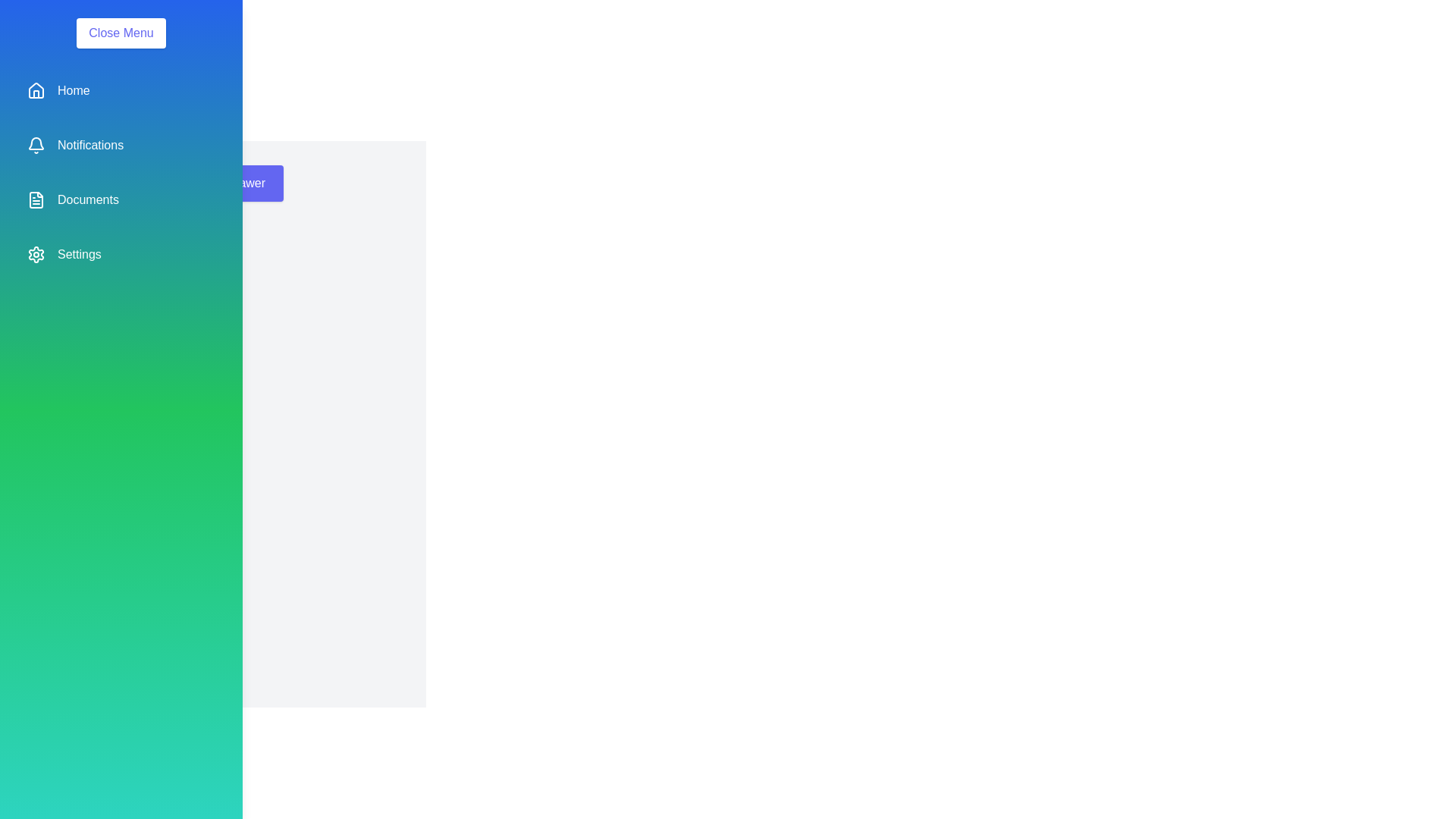 This screenshot has height=819, width=1456. I want to click on the menu item Home to observe the hover effect, so click(120, 90).